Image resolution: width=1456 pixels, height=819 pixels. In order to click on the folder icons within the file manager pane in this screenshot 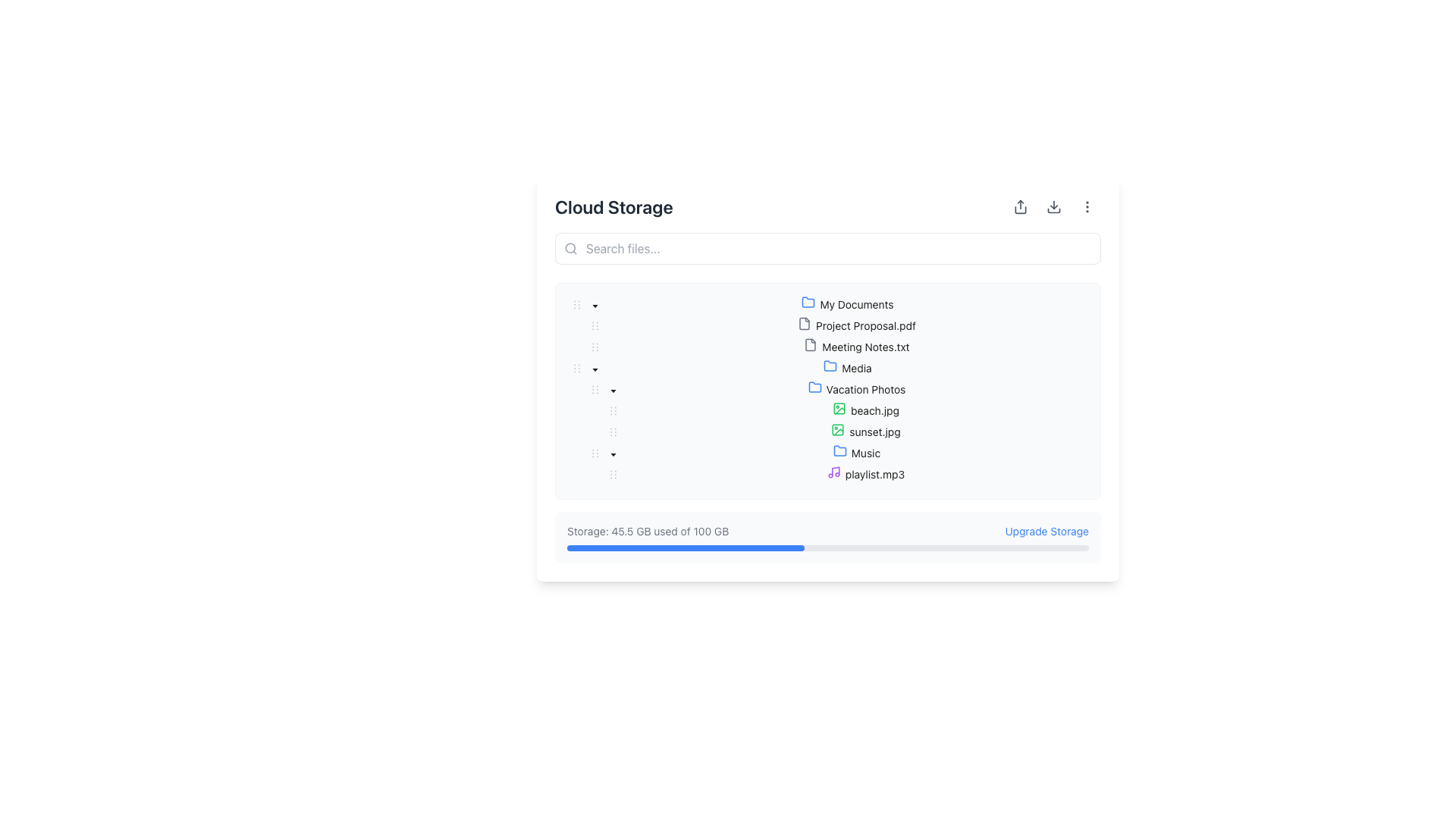, I will do `click(827, 377)`.